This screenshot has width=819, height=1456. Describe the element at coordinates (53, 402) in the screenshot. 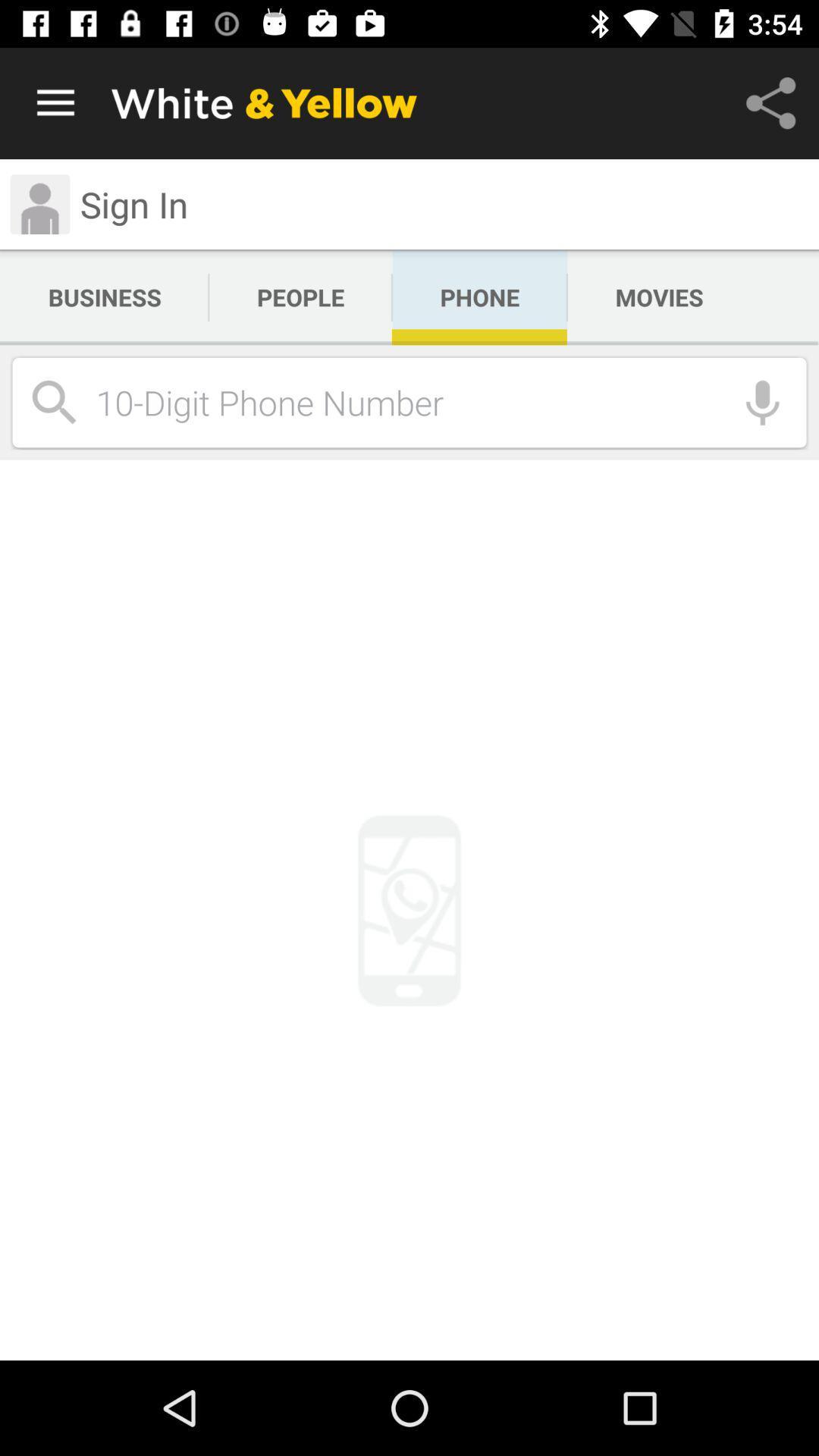

I see `the search icon` at that location.